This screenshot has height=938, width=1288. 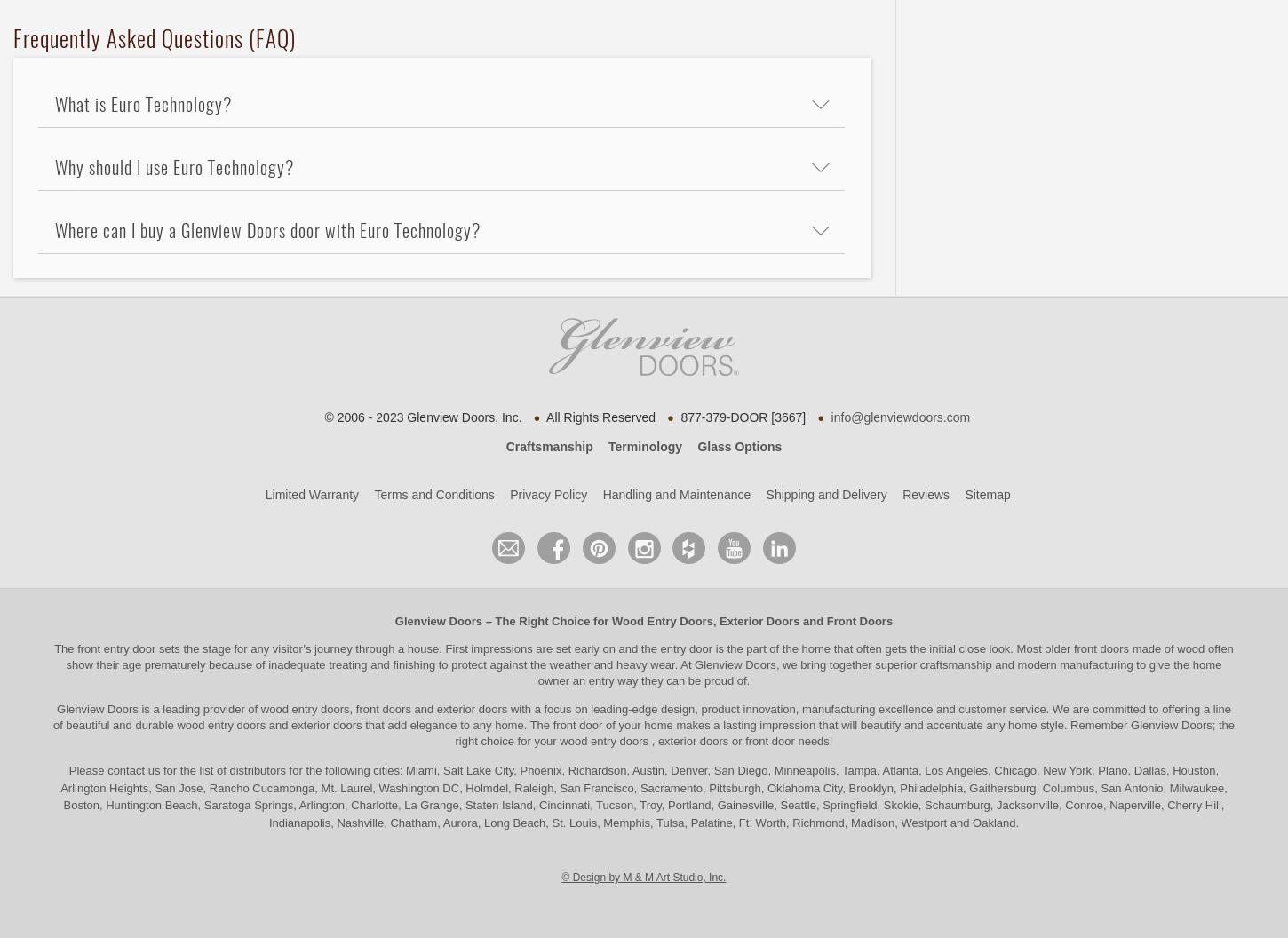 I want to click on '© 2006 - 2023 Glenview Doors, Inc.', so click(x=420, y=415).